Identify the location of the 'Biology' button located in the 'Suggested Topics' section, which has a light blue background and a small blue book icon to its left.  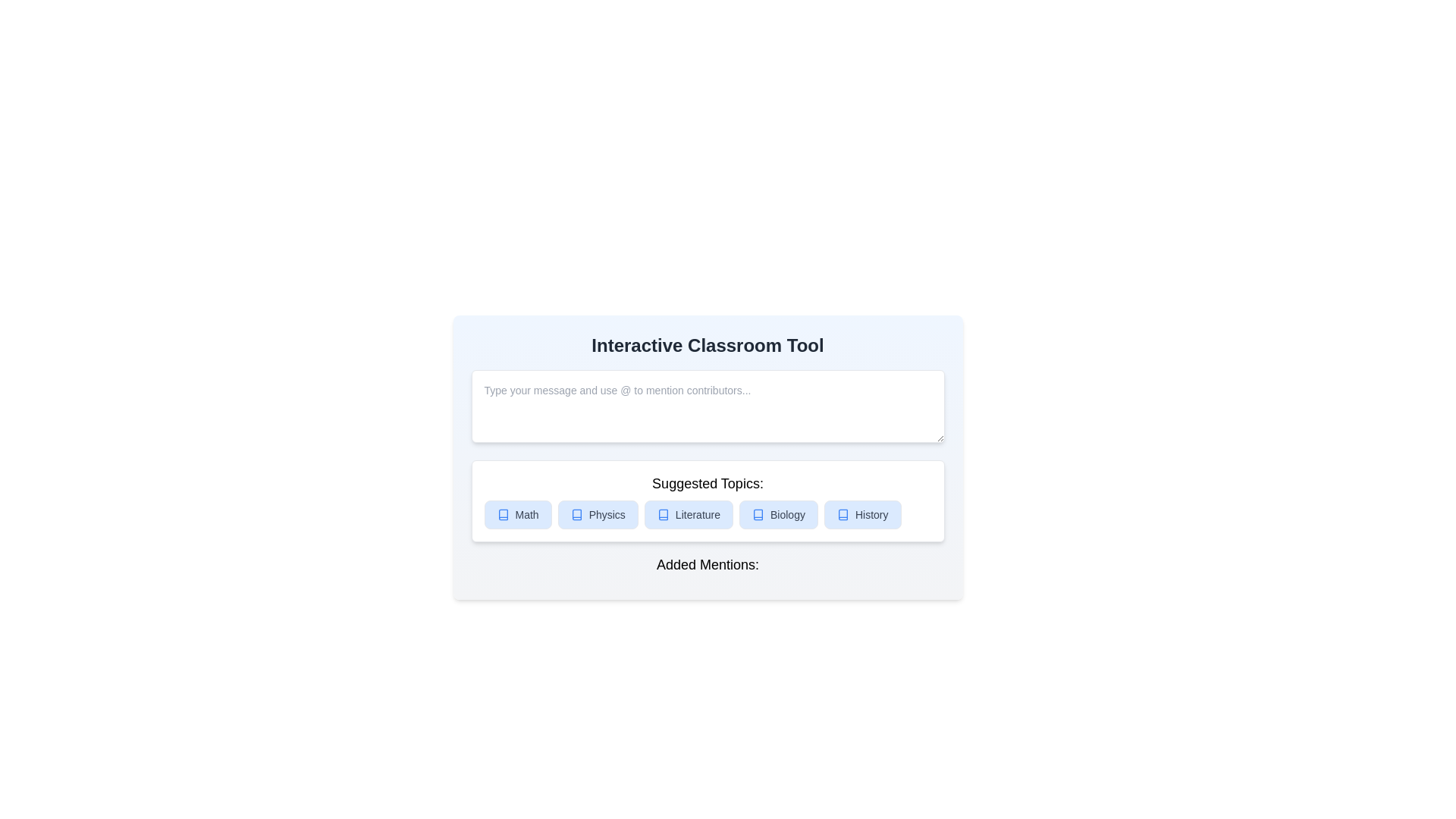
(779, 513).